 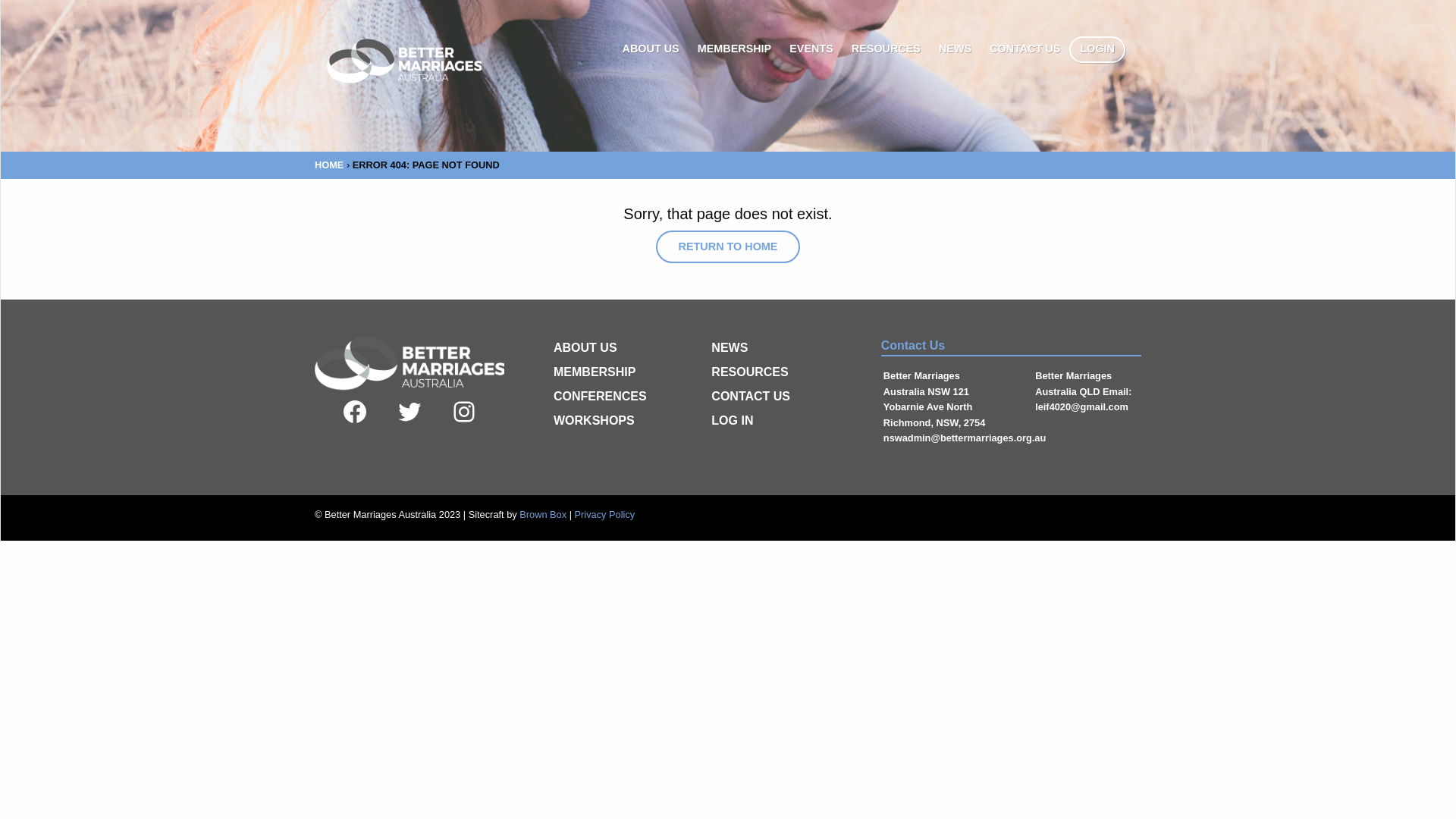 What do you see at coordinates (980, 49) in the screenshot?
I see `'CONTACT US'` at bounding box center [980, 49].